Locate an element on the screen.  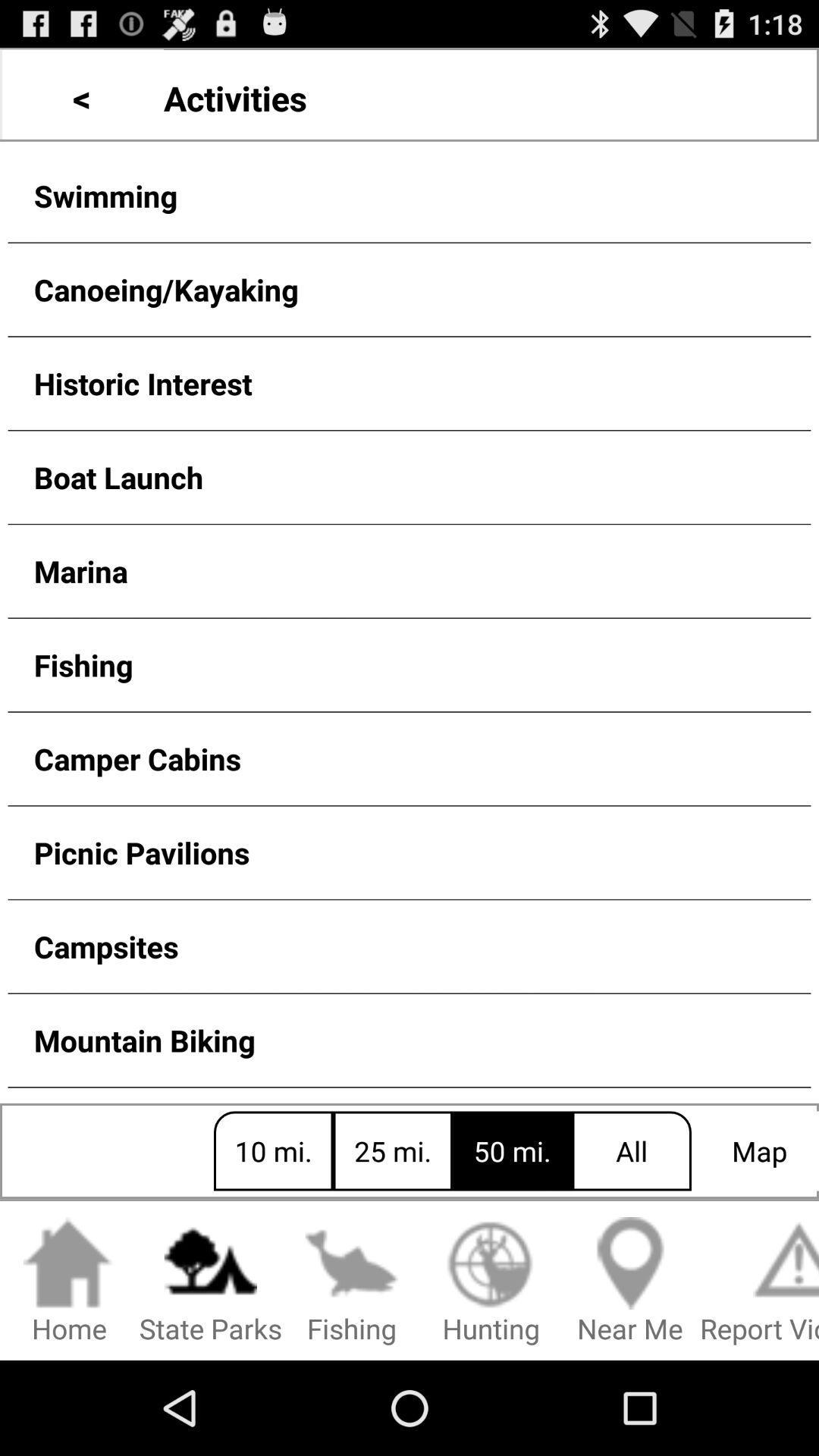
home is located at coordinates (69, 1281).